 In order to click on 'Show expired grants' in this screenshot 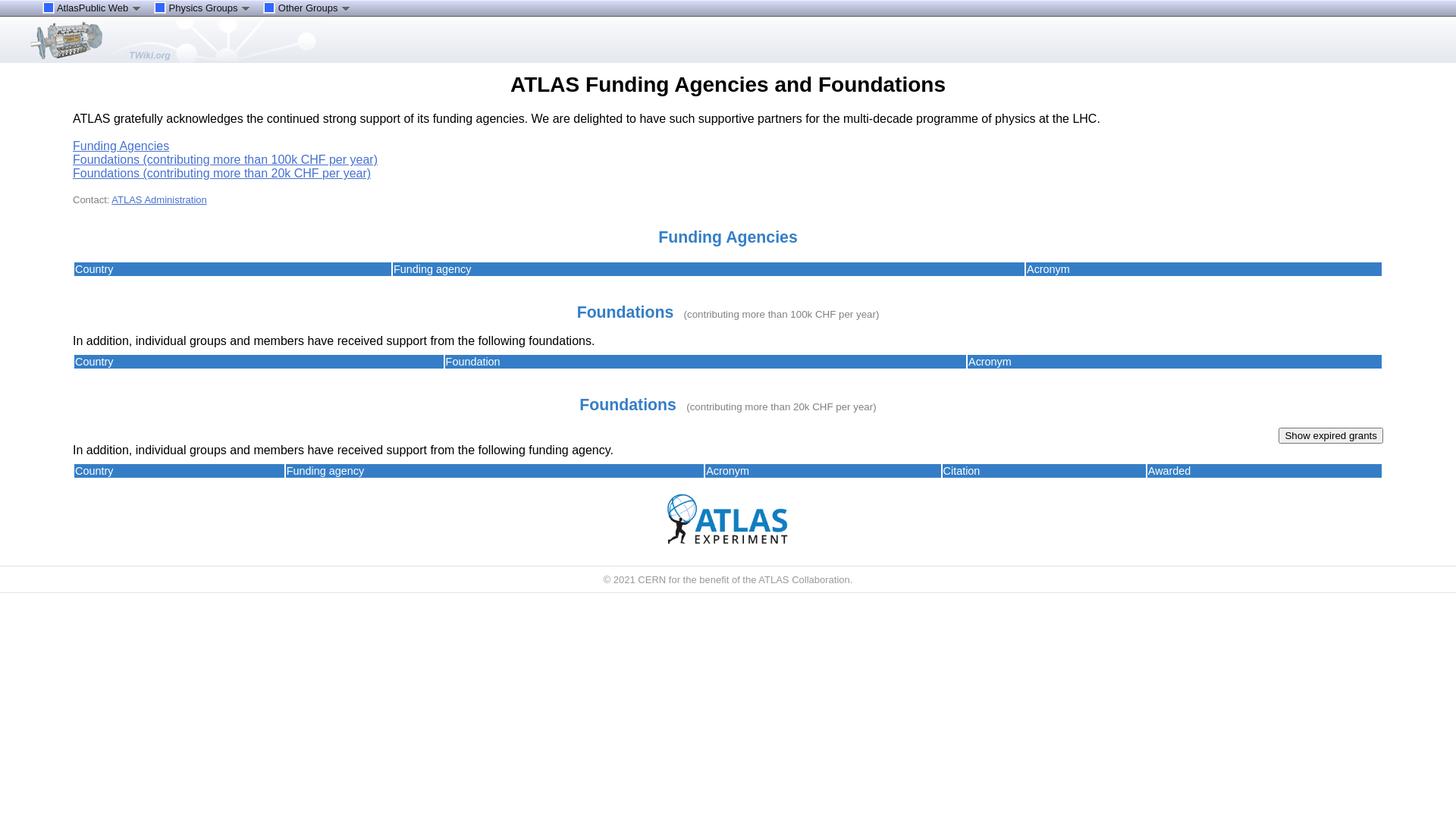, I will do `click(1330, 435)`.